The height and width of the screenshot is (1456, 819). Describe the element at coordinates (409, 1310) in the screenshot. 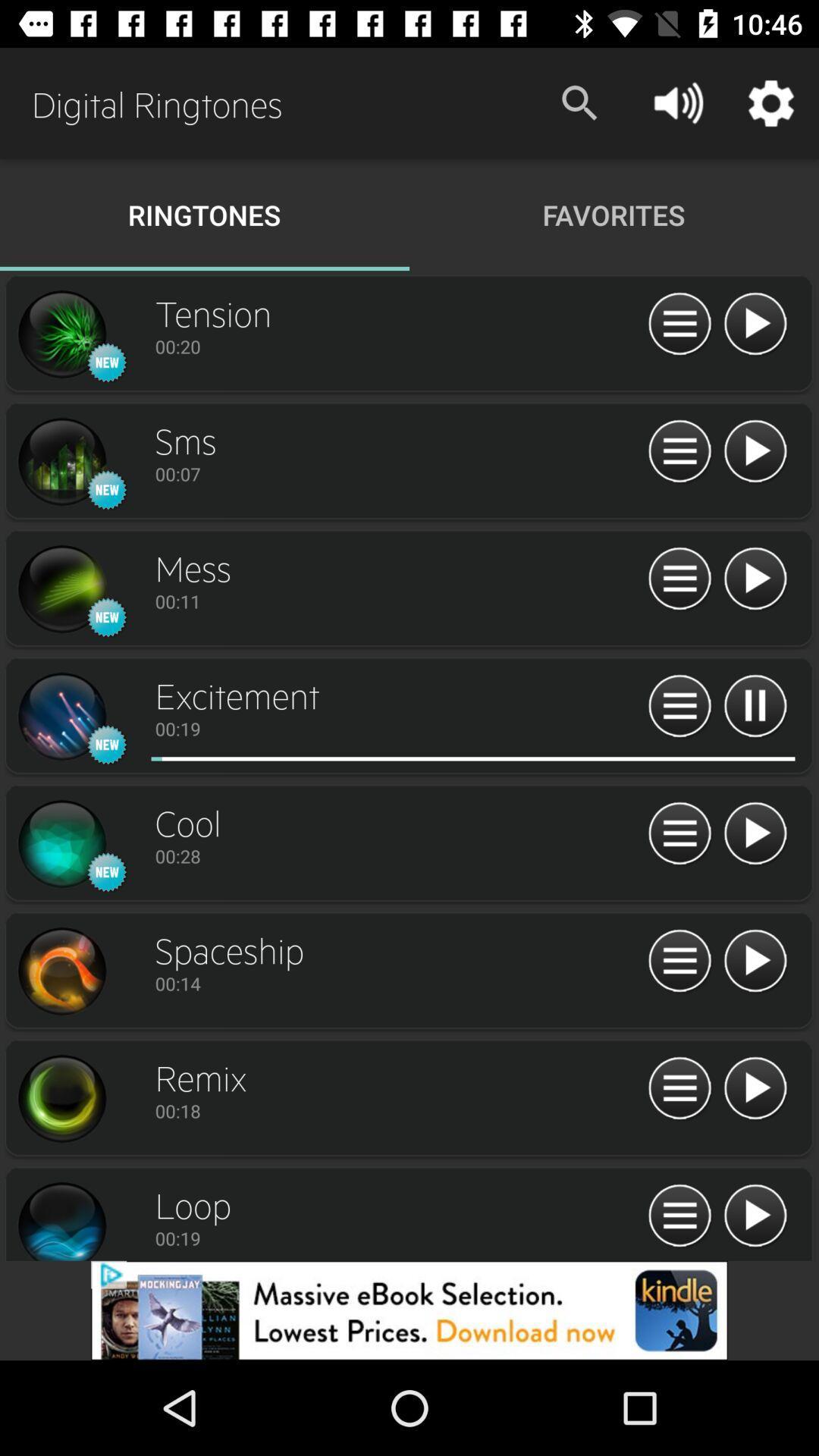

I see `advatisment` at that location.